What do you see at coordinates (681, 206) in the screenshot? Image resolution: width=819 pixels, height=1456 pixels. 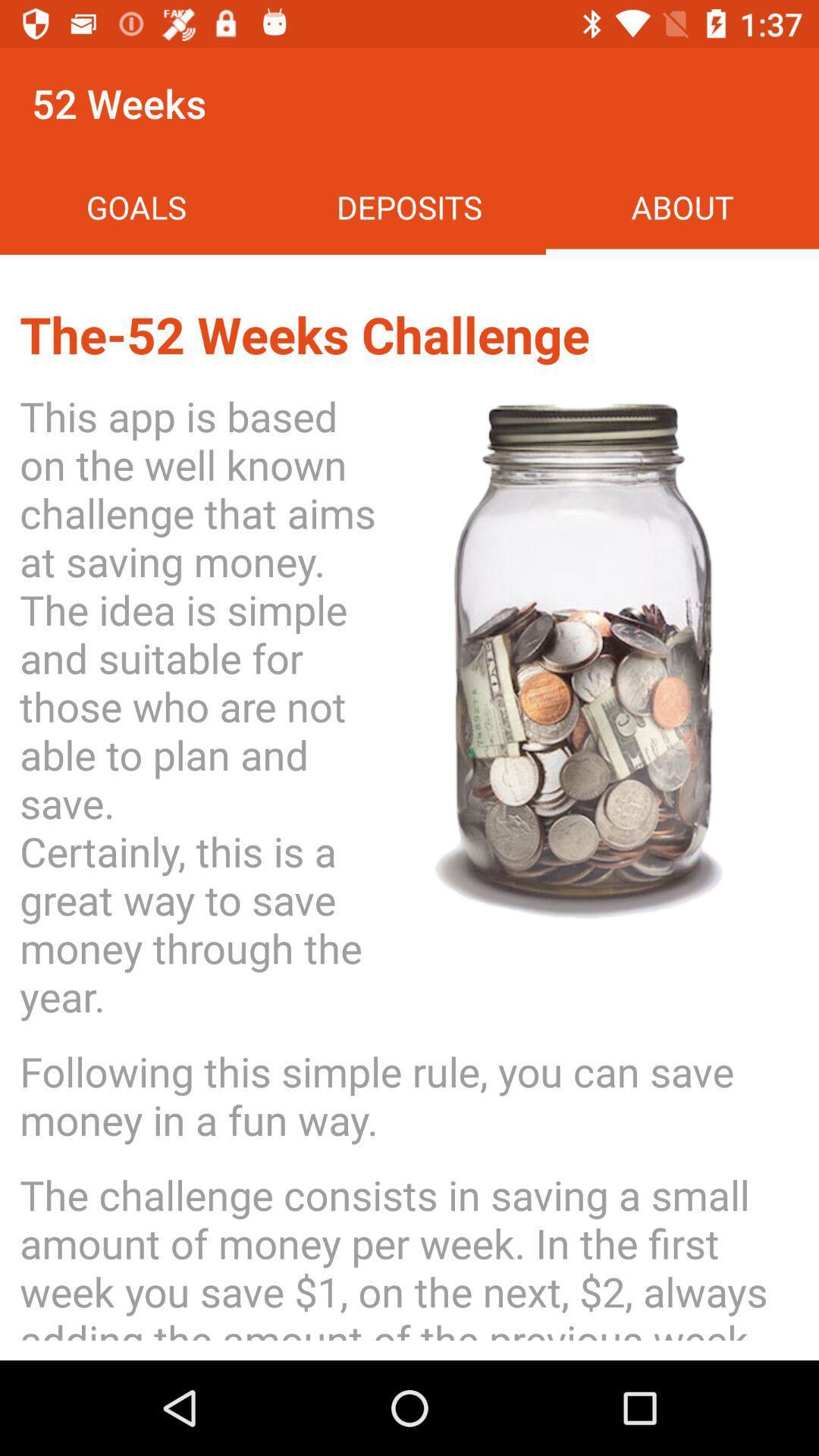 I see `the icon above the the 52 weeks icon` at bounding box center [681, 206].